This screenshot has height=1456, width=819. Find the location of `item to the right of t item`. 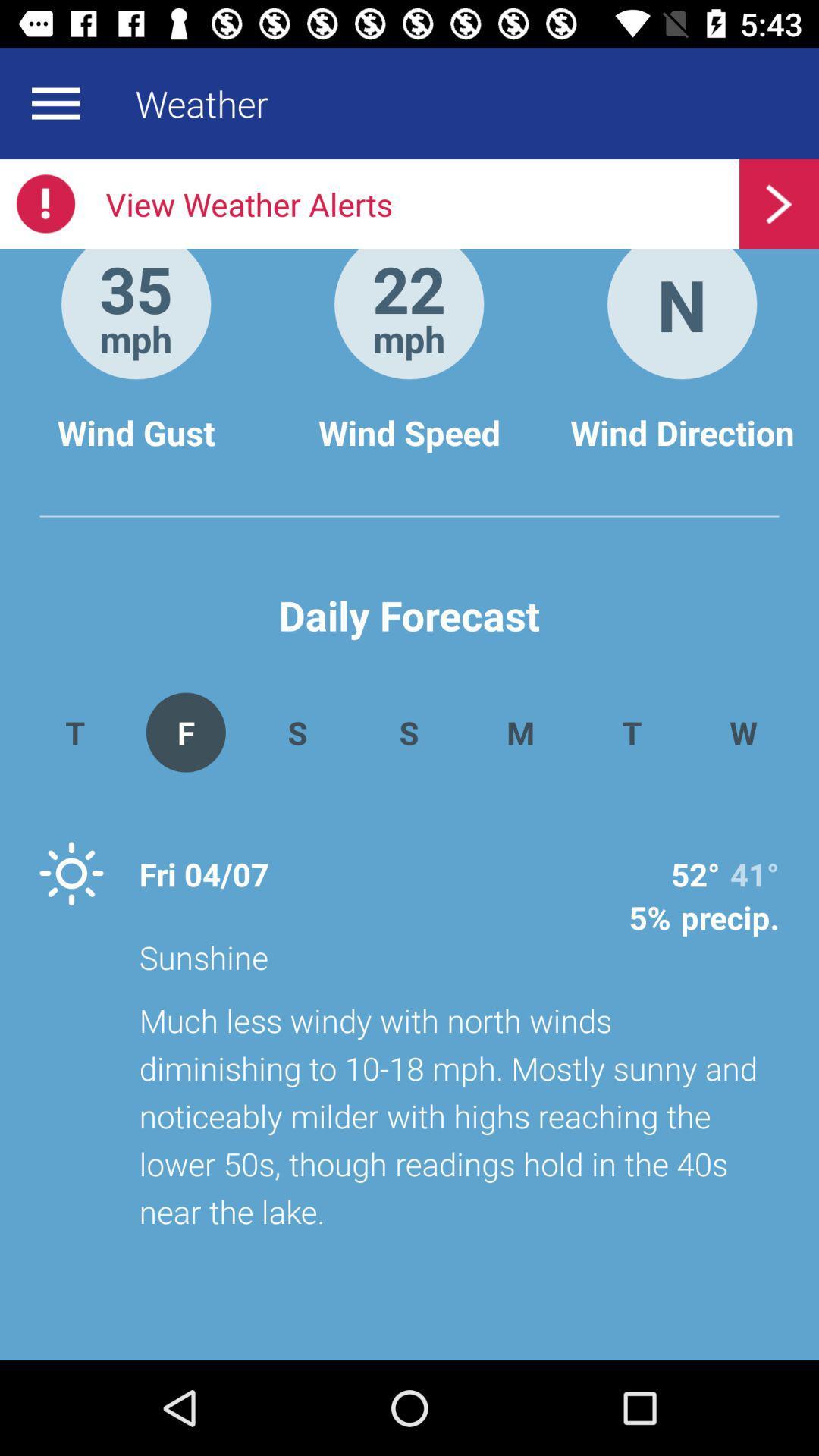

item to the right of t item is located at coordinates (742, 732).